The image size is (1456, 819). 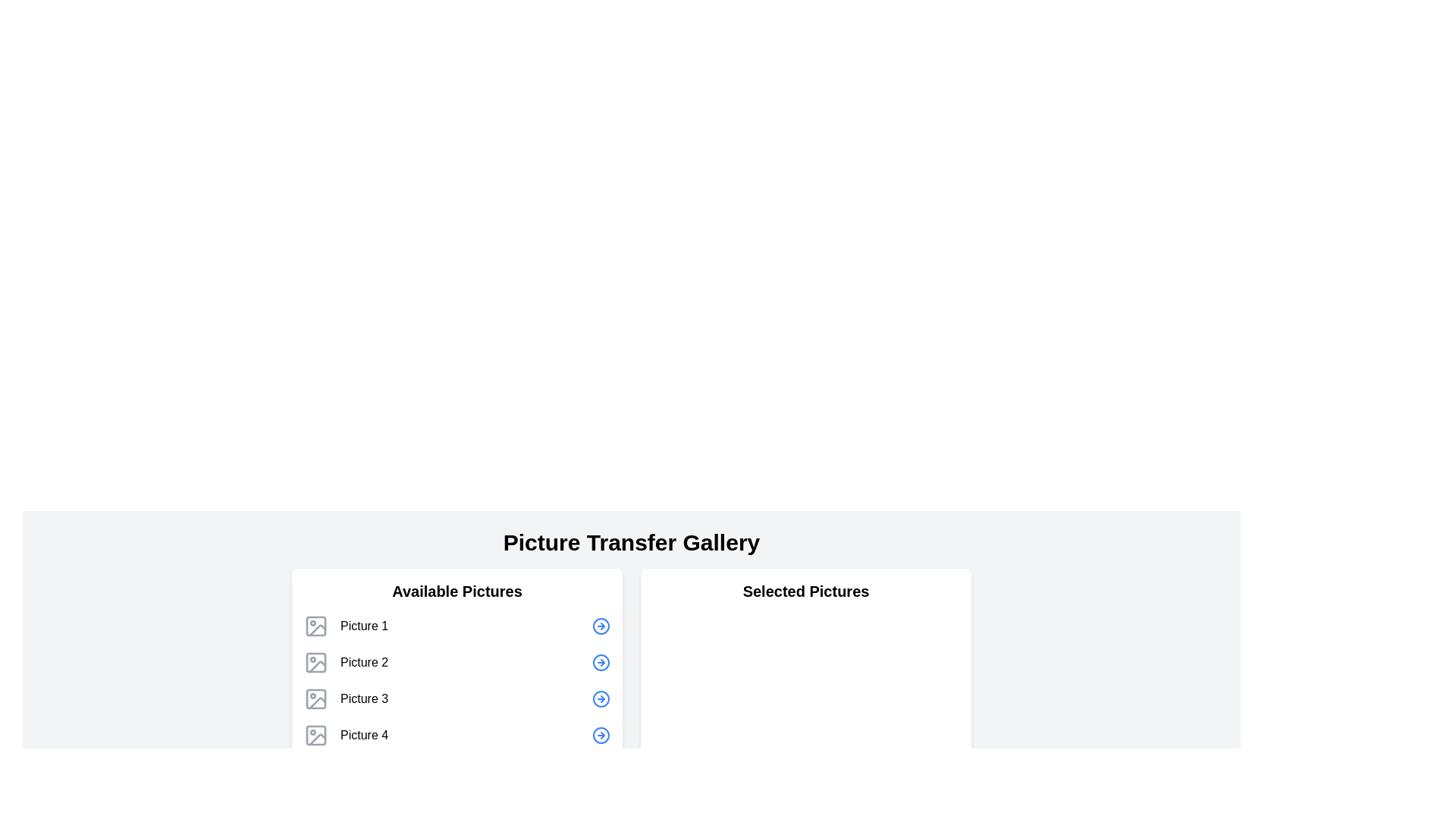 What do you see at coordinates (600, 734) in the screenshot?
I see `the vector graphic embedded in the icon located in the rightmost column of icons in the 'Available Pictures' section, next to 'Picture 4'` at bounding box center [600, 734].